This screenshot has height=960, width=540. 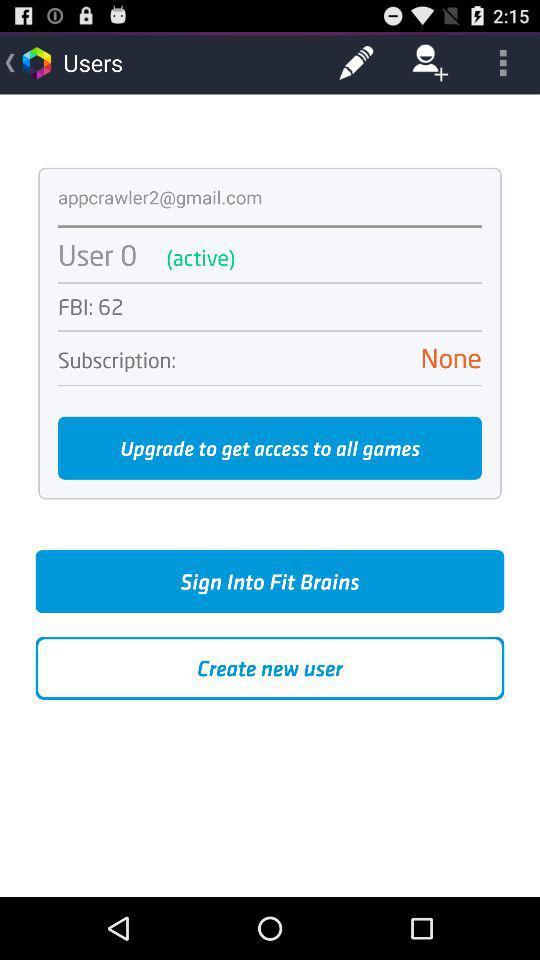 I want to click on the item to the right of users icon, so click(x=355, y=62).